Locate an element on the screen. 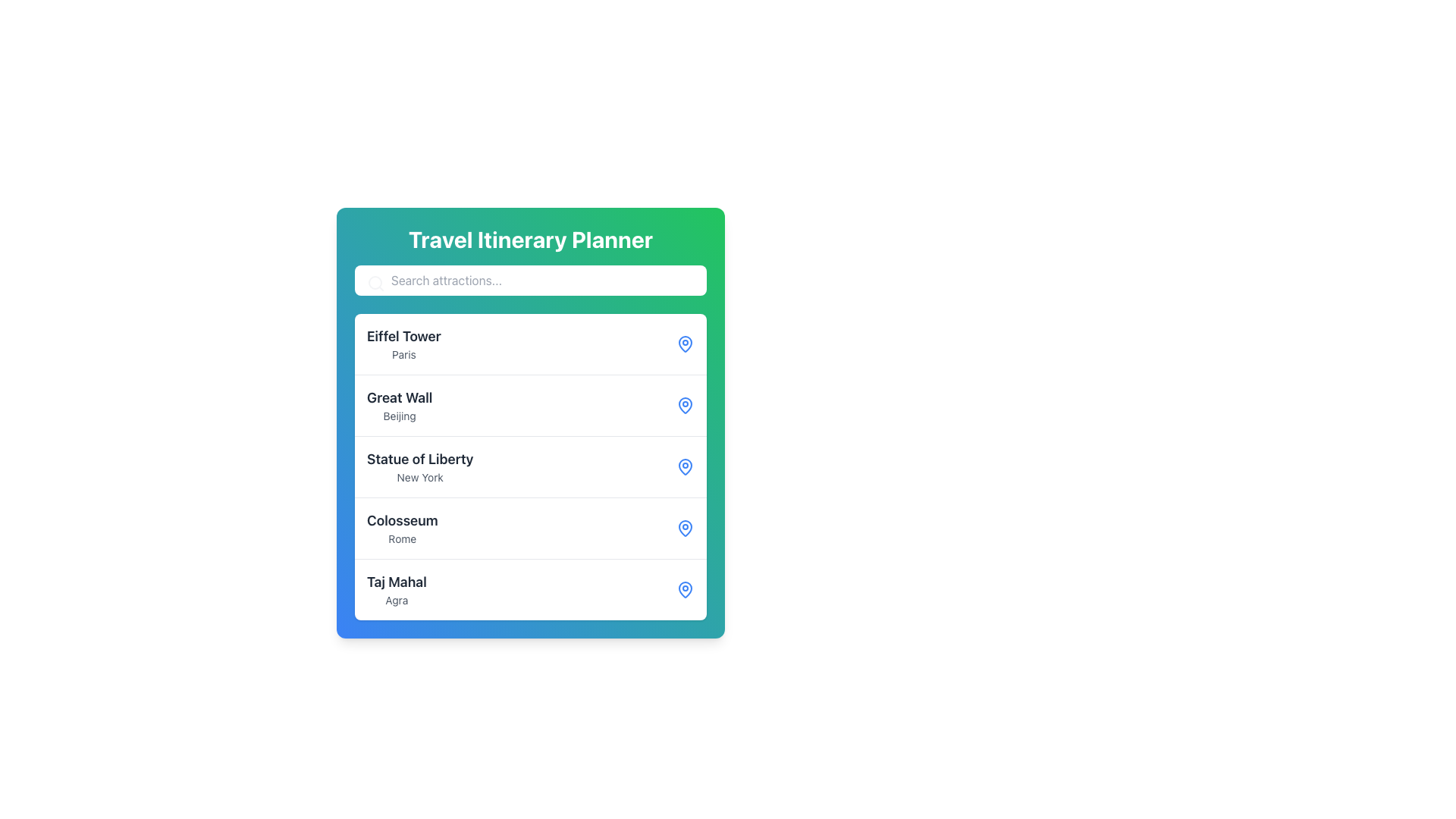  the subtitle text 'New York' located beneath the title 'Statue of Liberty', which is displayed in small, light gray text style is located at coordinates (420, 476).